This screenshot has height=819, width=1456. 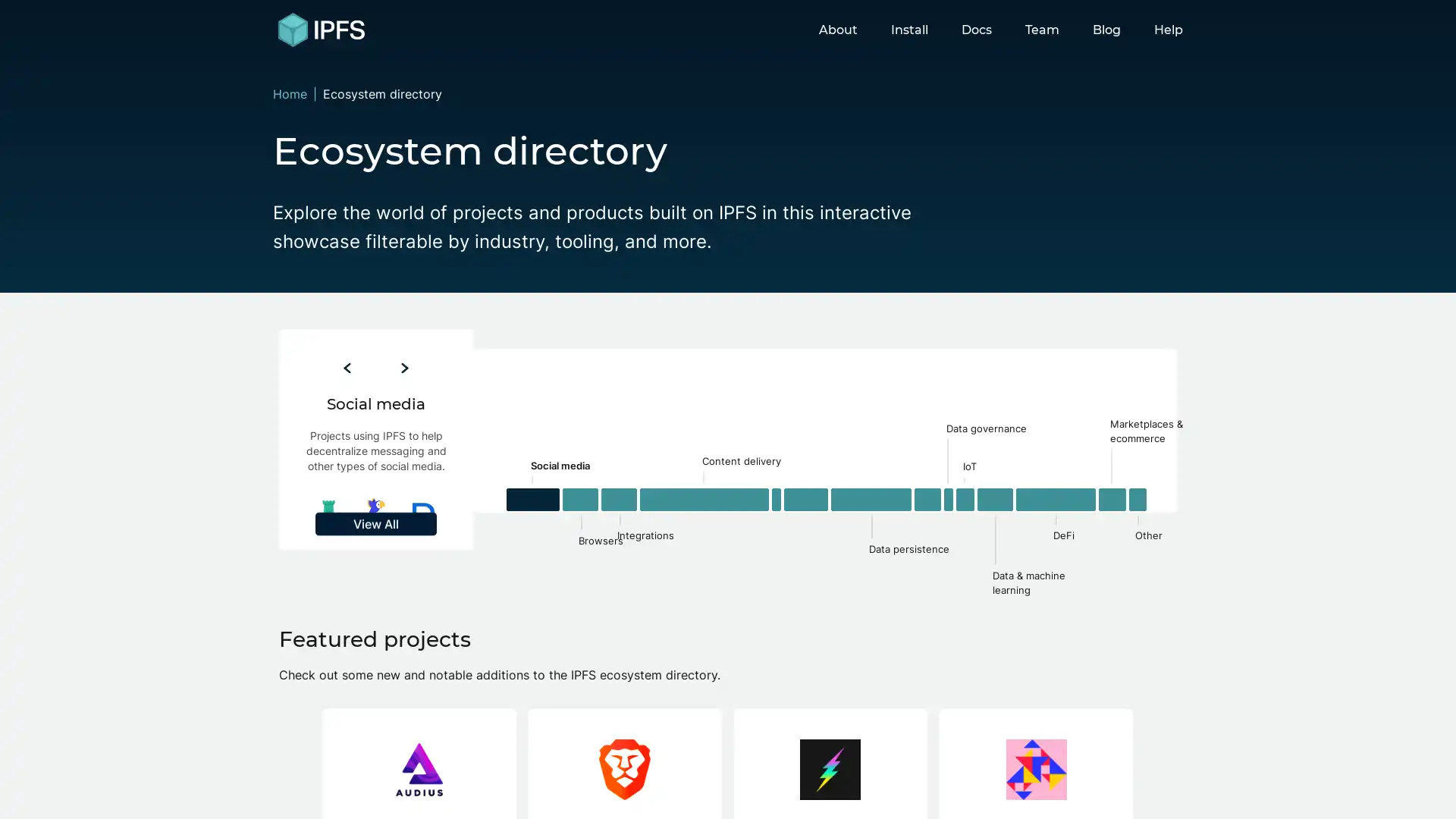 What do you see at coordinates (375, 595) in the screenshot?
I see `View All` at bounding box center [375, 595].